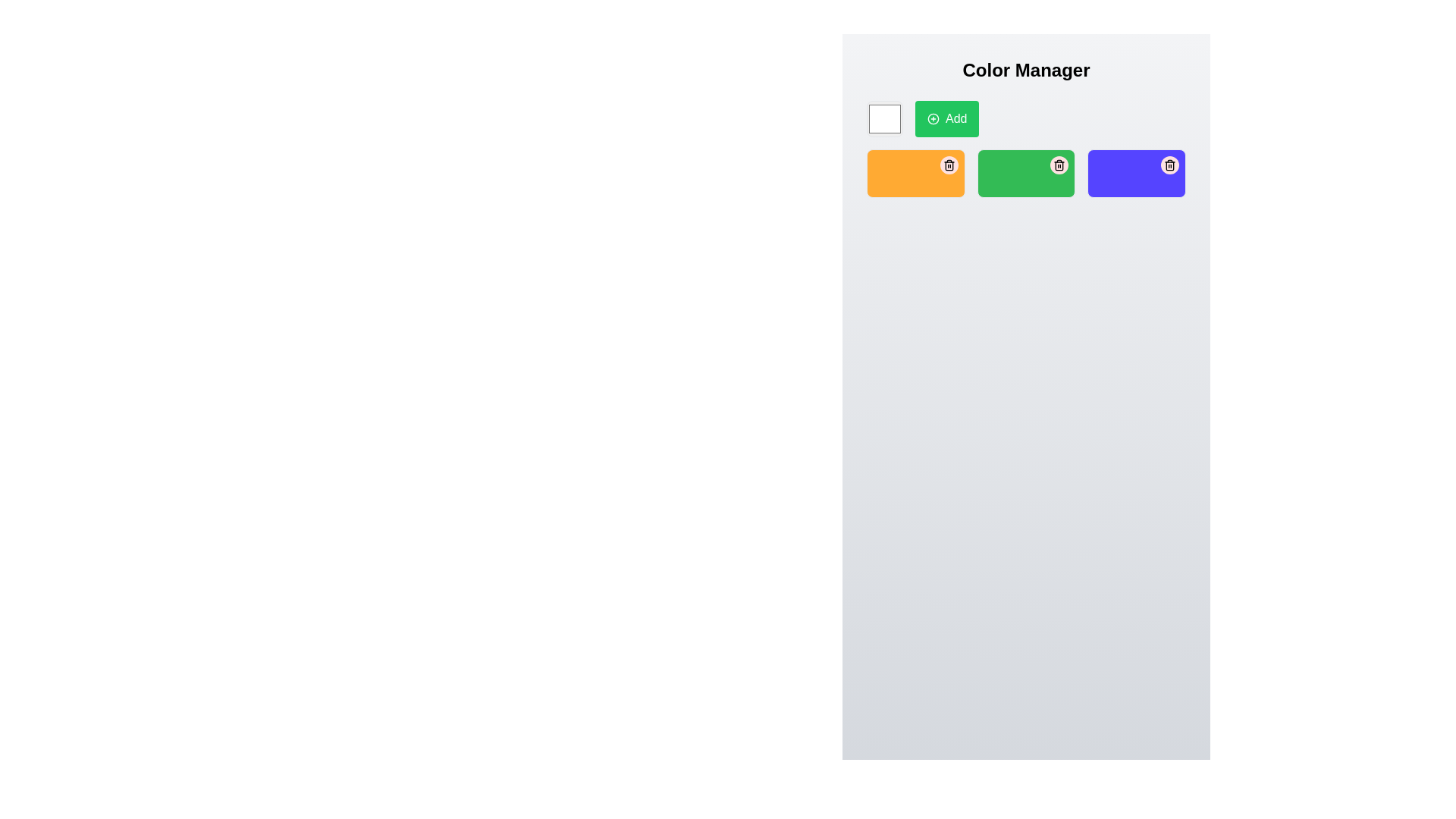 This screenshot has height=819, width=1456. What do you see at coordinates (946, 118) in the screenshot?
I see `the green 'Add' button with a white circular plus icon` at bounding box center [946, 118].